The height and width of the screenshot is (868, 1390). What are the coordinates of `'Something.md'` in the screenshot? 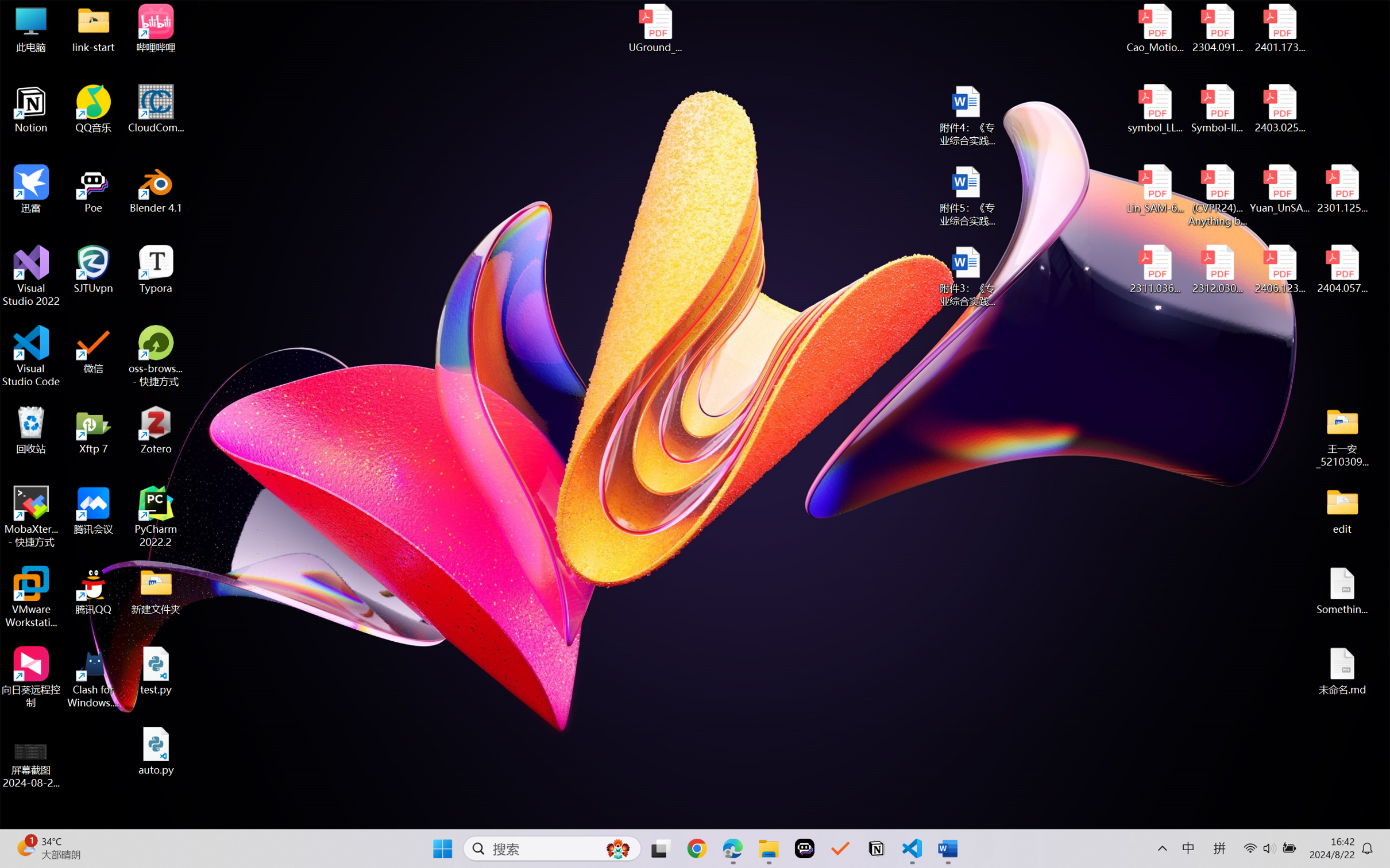 It's located at (1341, 591).